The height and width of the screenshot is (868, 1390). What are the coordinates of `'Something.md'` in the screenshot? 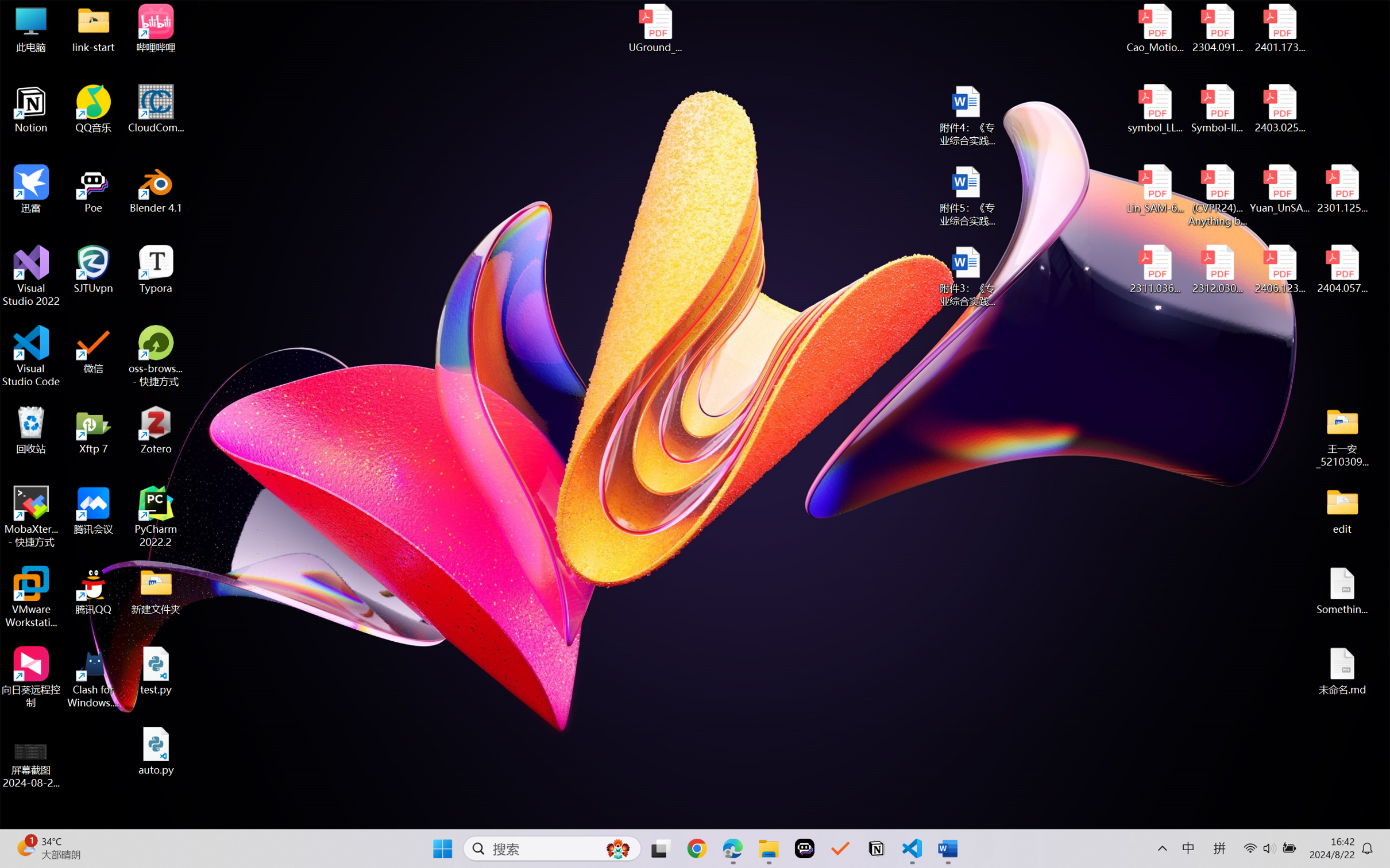 It's located at (1341, 591).